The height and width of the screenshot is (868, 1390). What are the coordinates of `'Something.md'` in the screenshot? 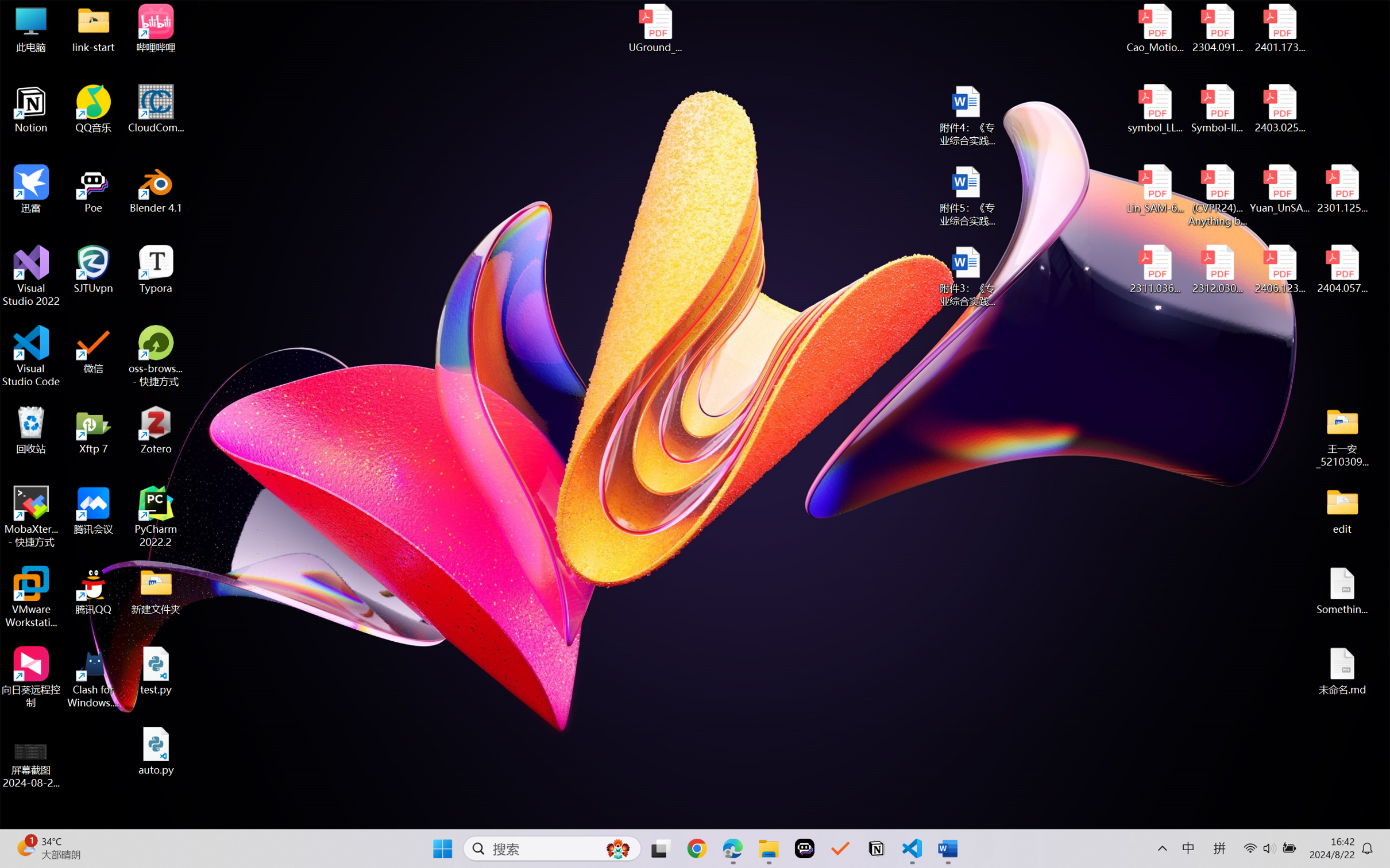 It's located at (1341, 591).